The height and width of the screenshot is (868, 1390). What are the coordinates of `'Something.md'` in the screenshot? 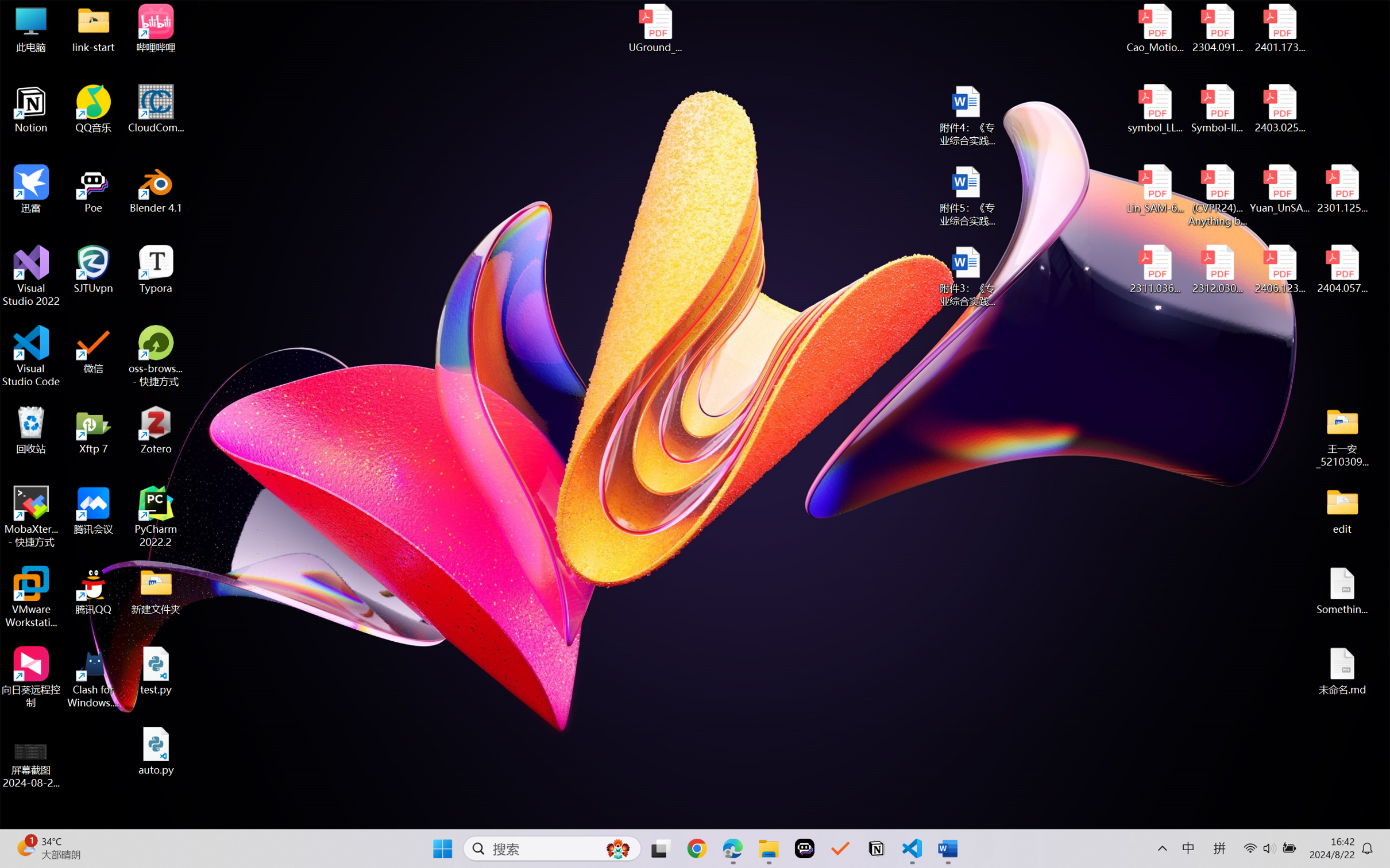 It's located at (1341, 591).